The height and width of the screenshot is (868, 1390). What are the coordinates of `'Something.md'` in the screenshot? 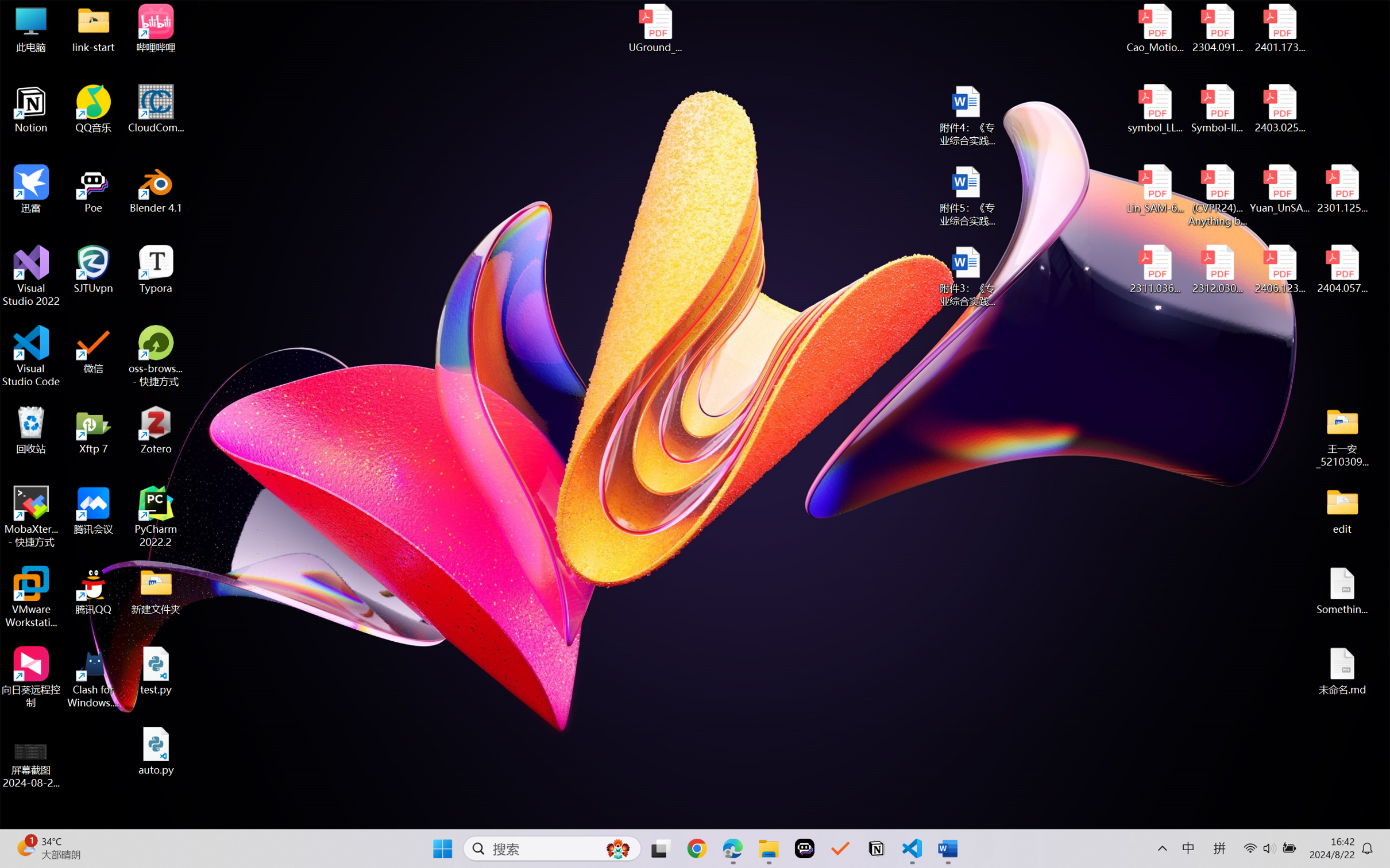 It's located at (1341, 591).